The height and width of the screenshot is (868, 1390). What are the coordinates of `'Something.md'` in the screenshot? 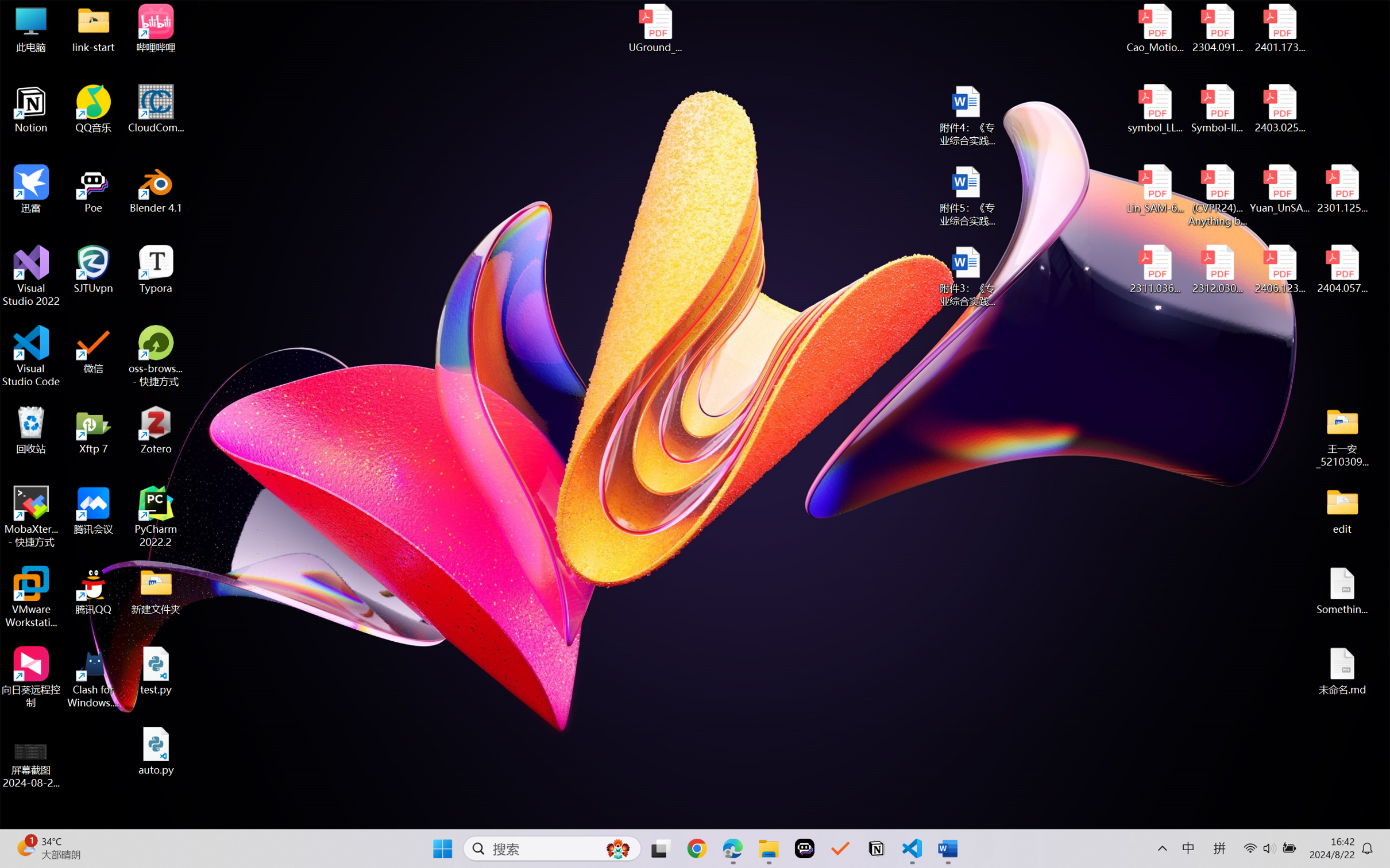 It's located at (1341, 591).